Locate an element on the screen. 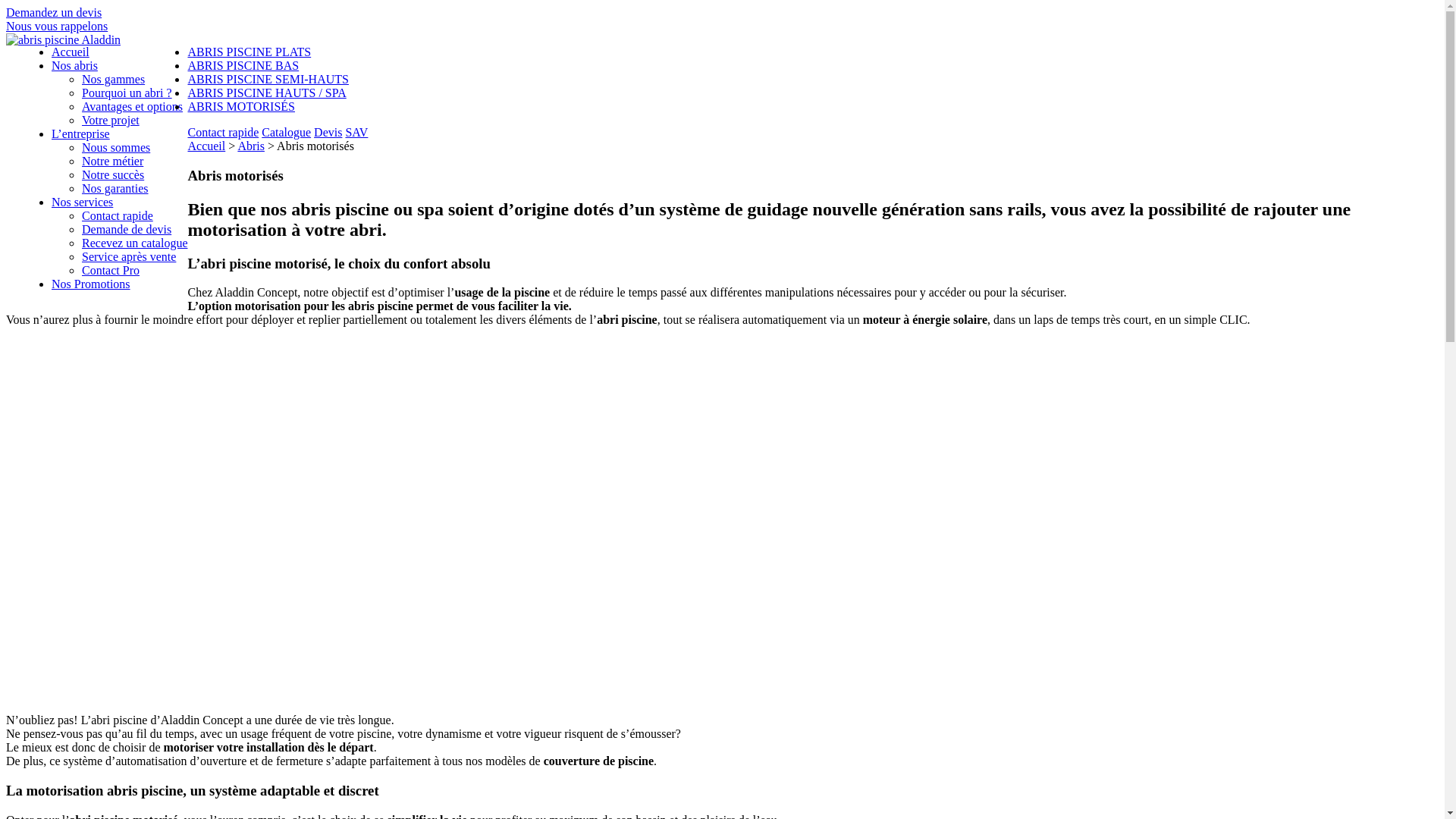 The width and height of the screenshot is (1456, 819). 'ABRIS PISCINE BAS' is located at coordinates (243, 64).